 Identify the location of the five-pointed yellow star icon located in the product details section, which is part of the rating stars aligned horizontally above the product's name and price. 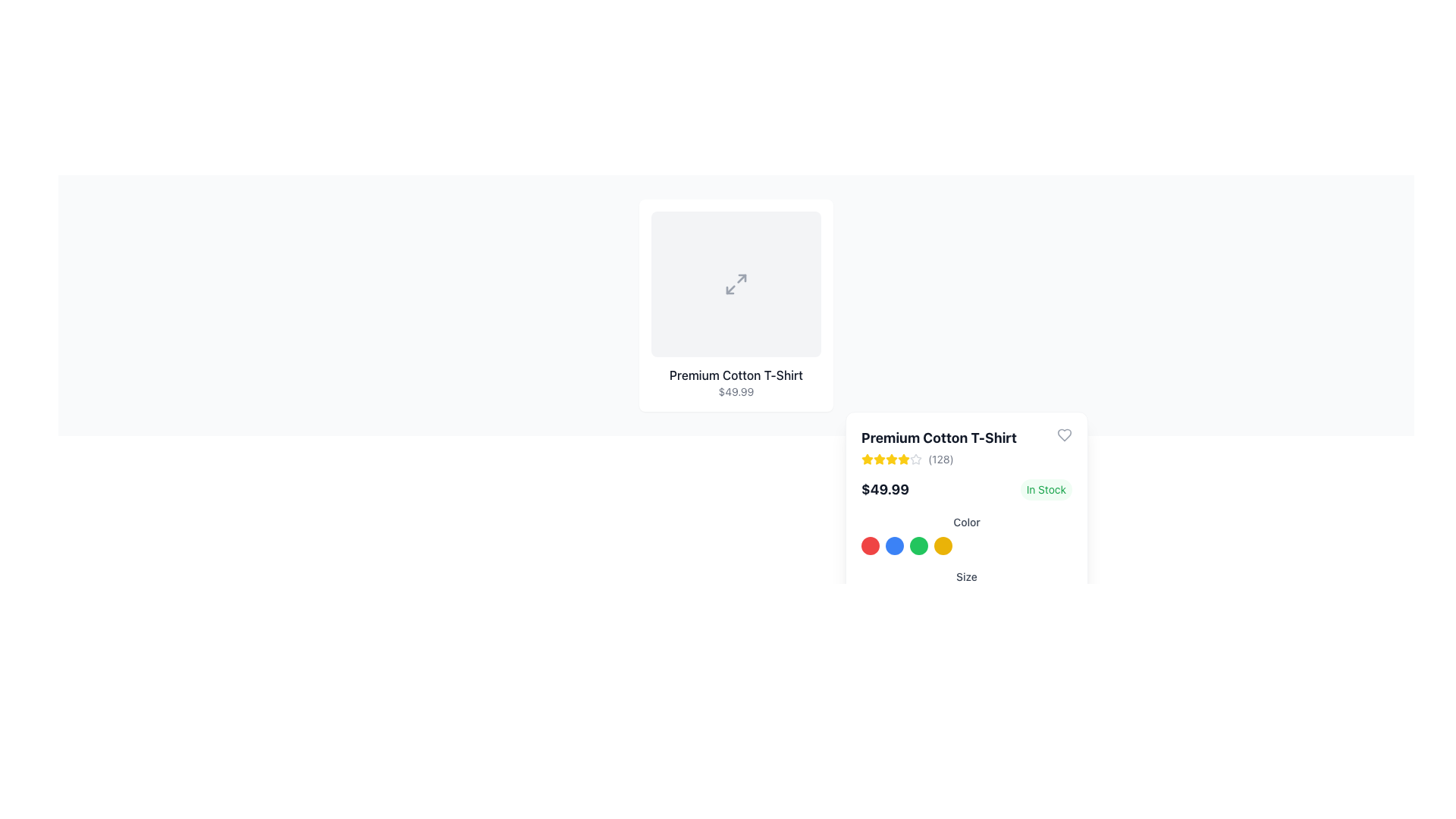
(892, 458).